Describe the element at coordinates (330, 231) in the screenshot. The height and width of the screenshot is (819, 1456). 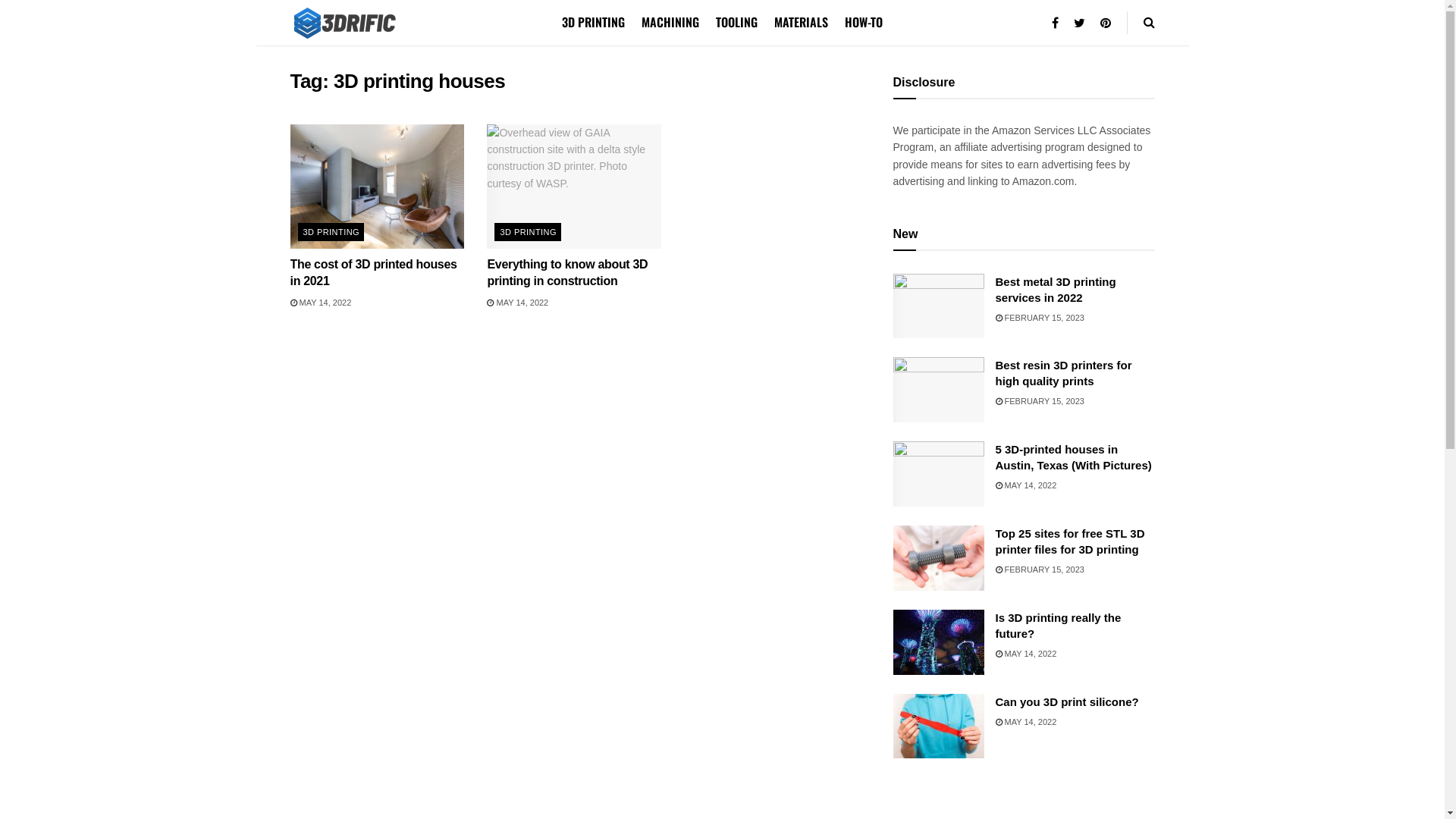
I see `'3D PRINTING'` at that location.